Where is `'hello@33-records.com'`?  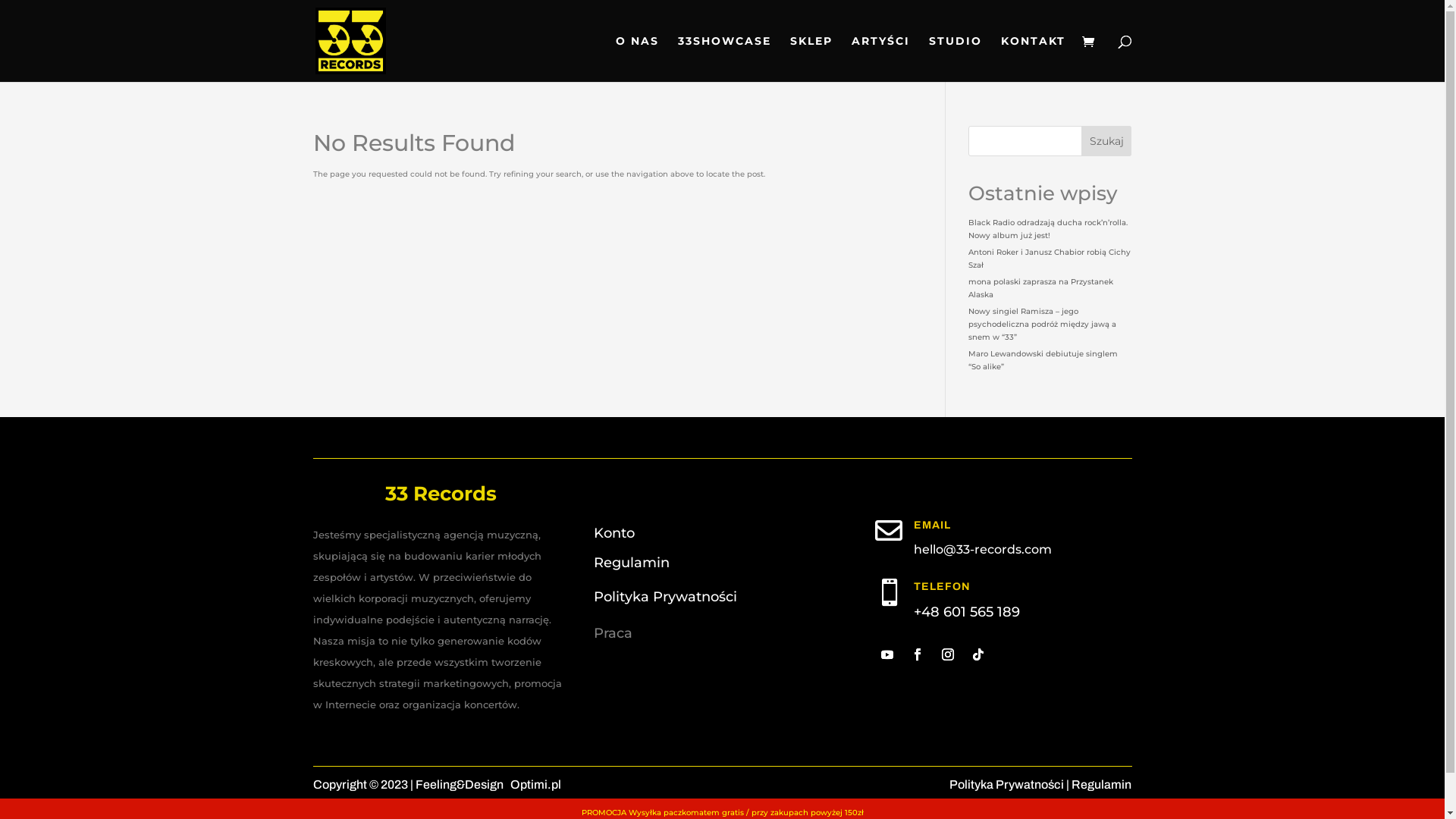 'hello@33-records.com' is located at coordinates (983, 549).